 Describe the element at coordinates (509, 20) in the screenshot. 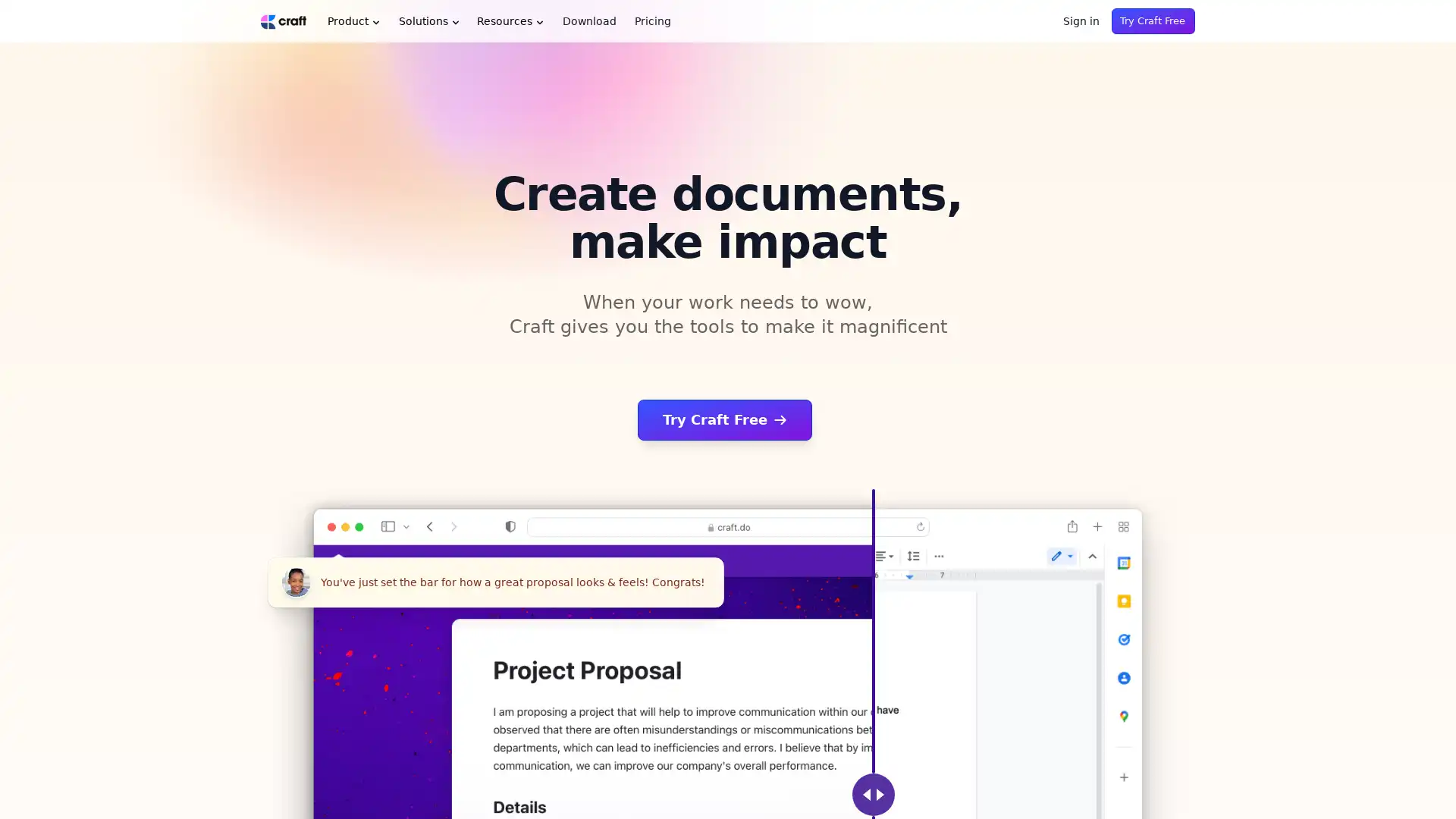

I see `Resources` at that location.